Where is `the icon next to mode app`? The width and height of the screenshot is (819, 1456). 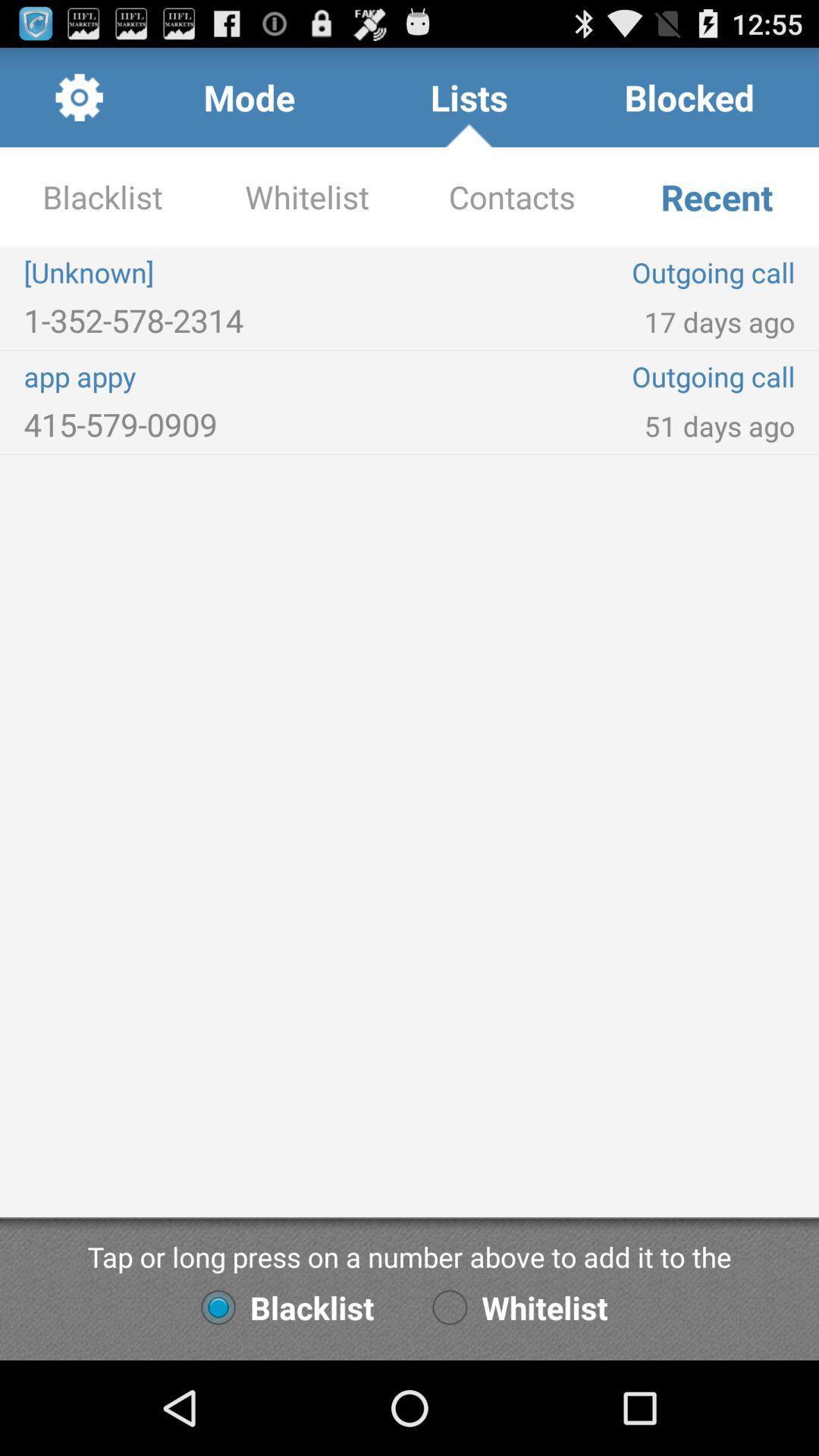
the icon next to mode app is located at coordinates (79, 96).